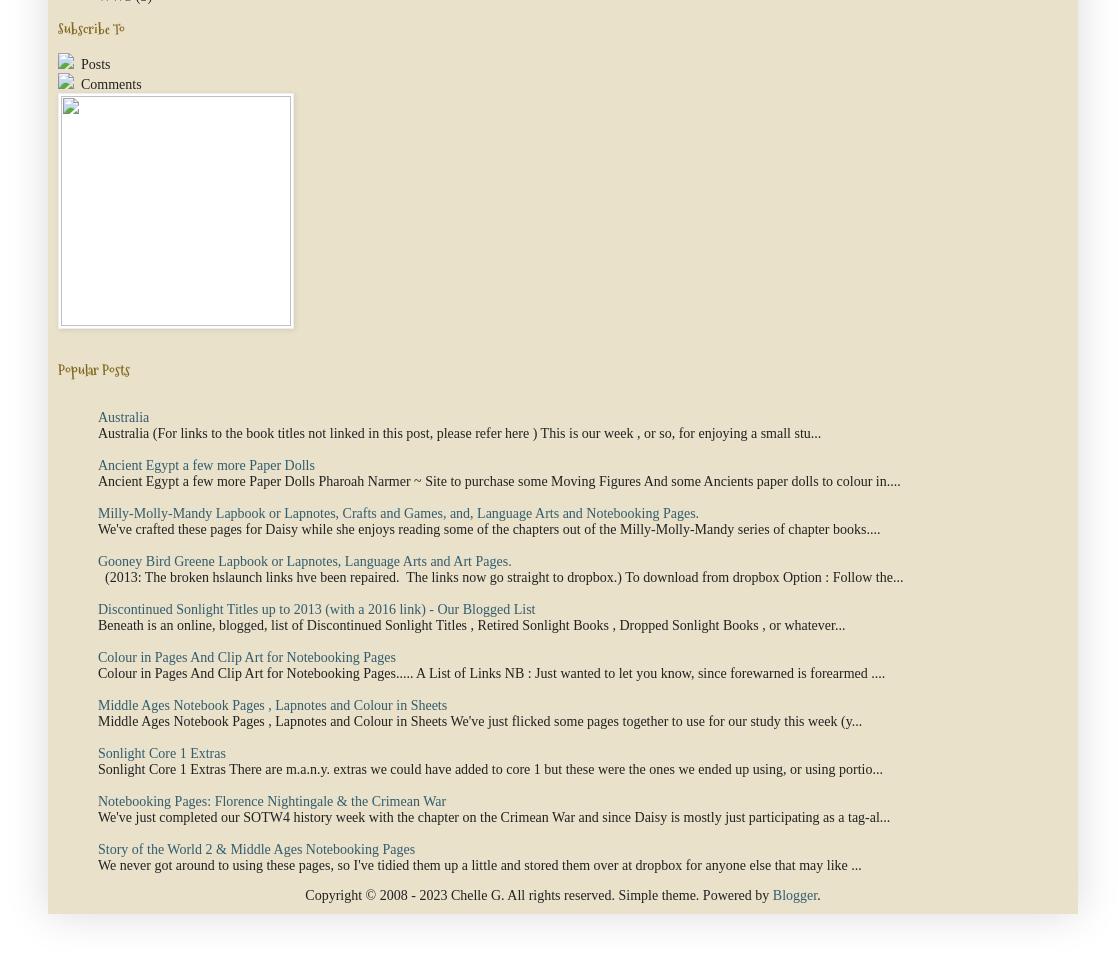  What do you see at coordinates (98, 513) in the screenshot?
I see `'Milly-Molly-Mandy Lapbook or Lapnotes, Crafts and Games, and, Language Arts and Notebooking Pages.'` at bounding box center [98, 513].